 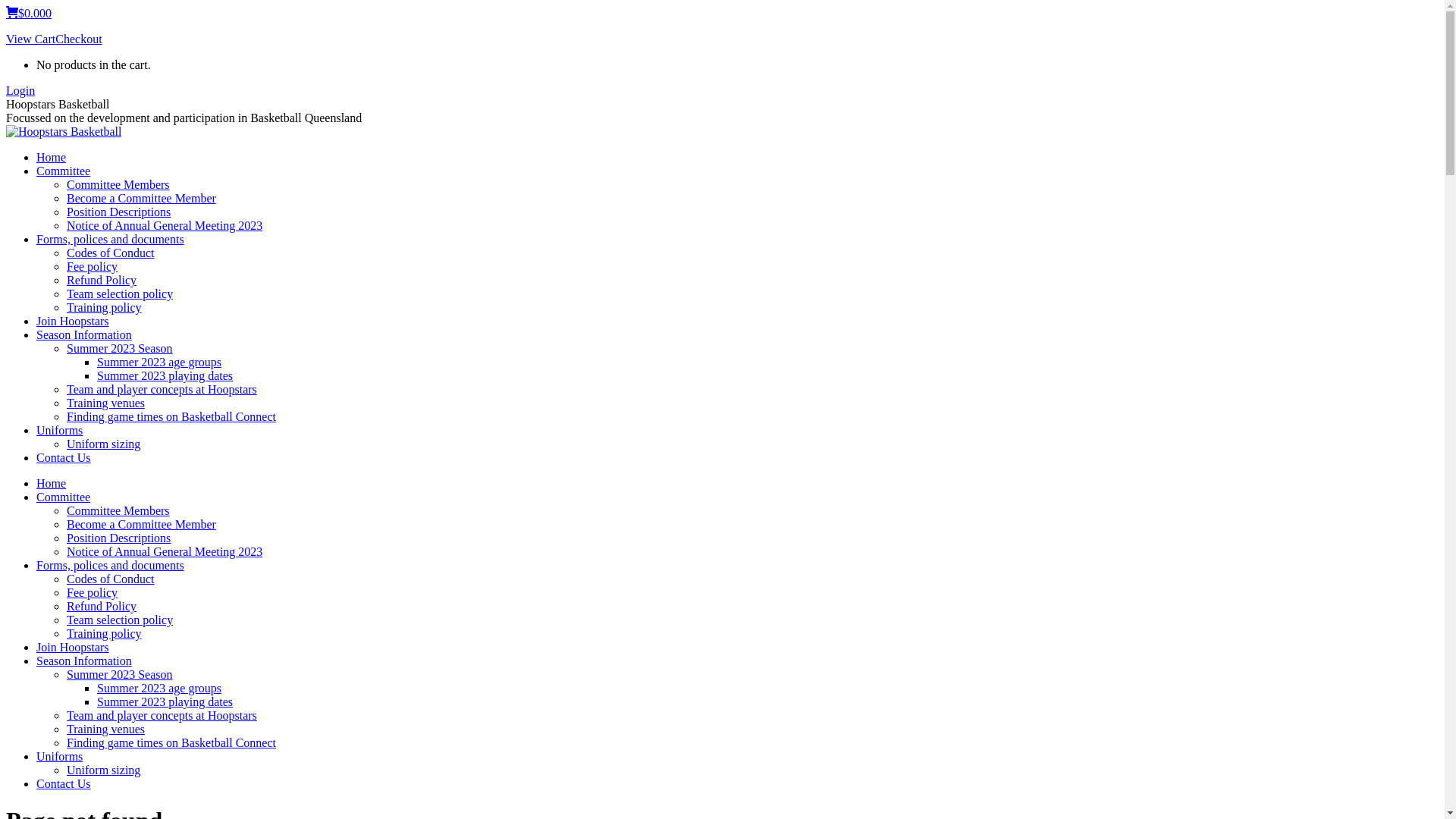 What do you see at coordinates (141, 197) in the screenshot?
I see `'Become a Committee Member'` at bounding box center [141, 197].